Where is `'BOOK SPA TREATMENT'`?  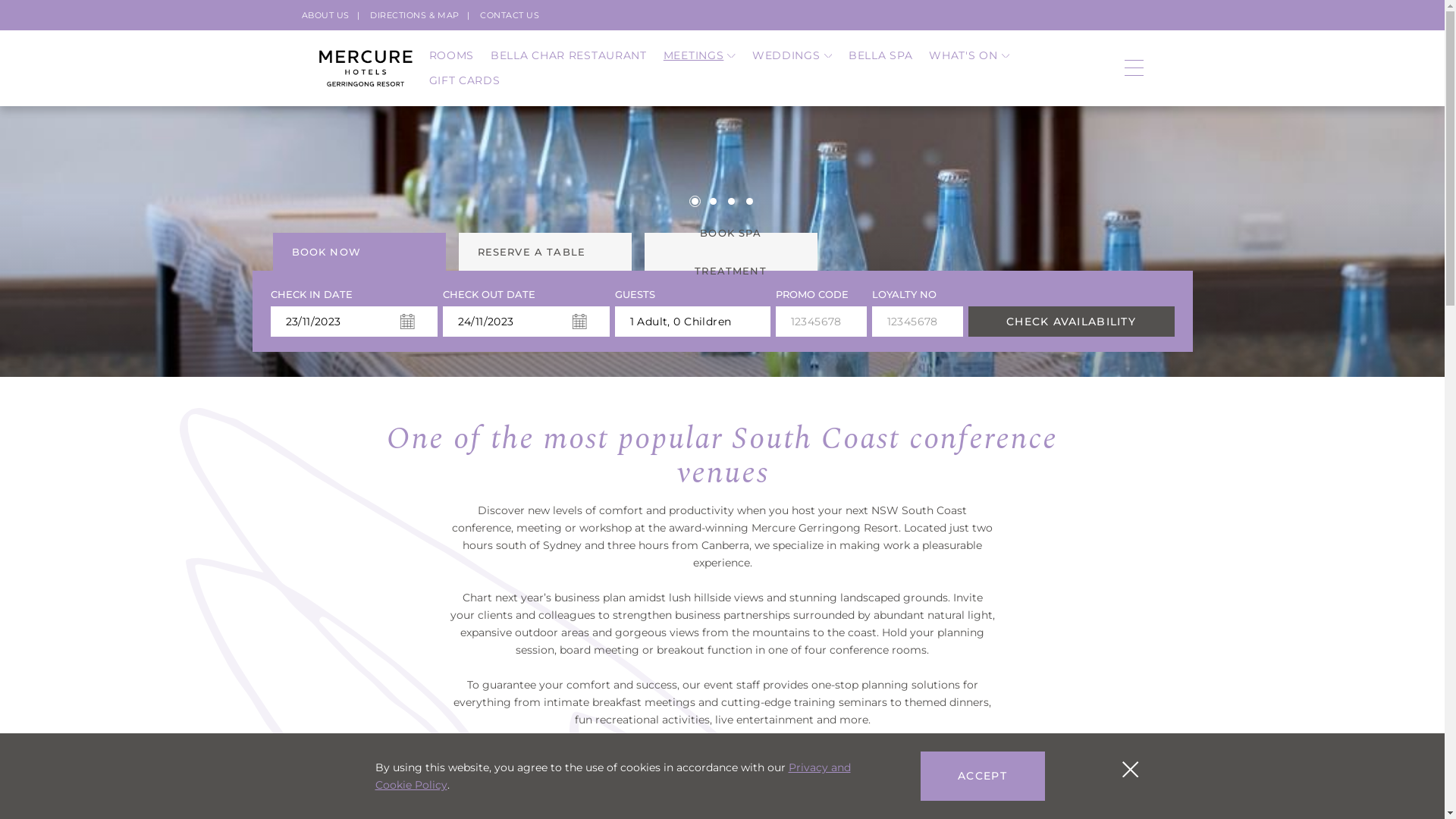
'BOOK SPA TREATMENT' is located at coordinates (731, 250).